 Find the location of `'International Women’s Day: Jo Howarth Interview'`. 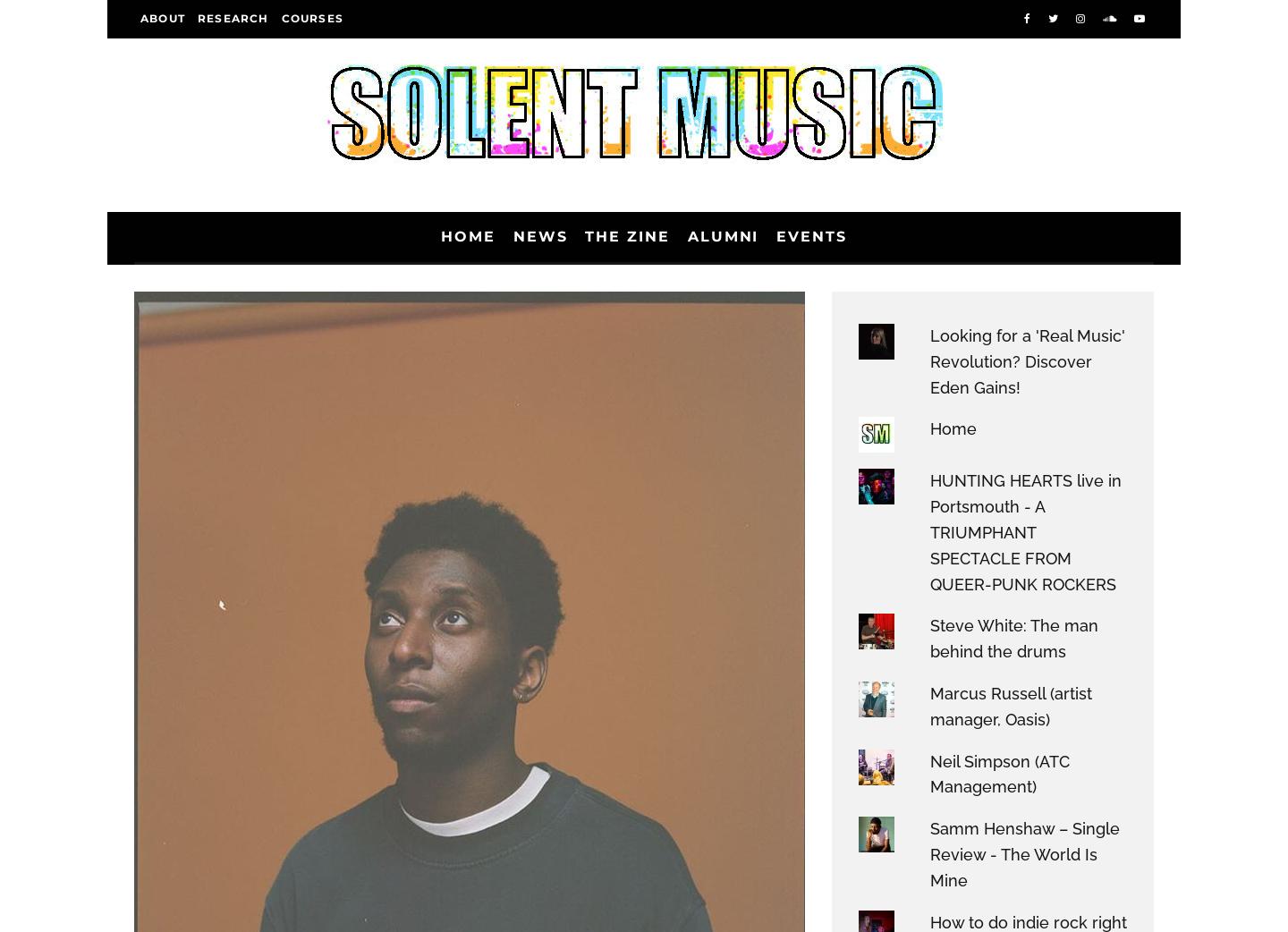

'International Women’s Day: Jo Howarth Interview' is located at coordinates (968, 580).